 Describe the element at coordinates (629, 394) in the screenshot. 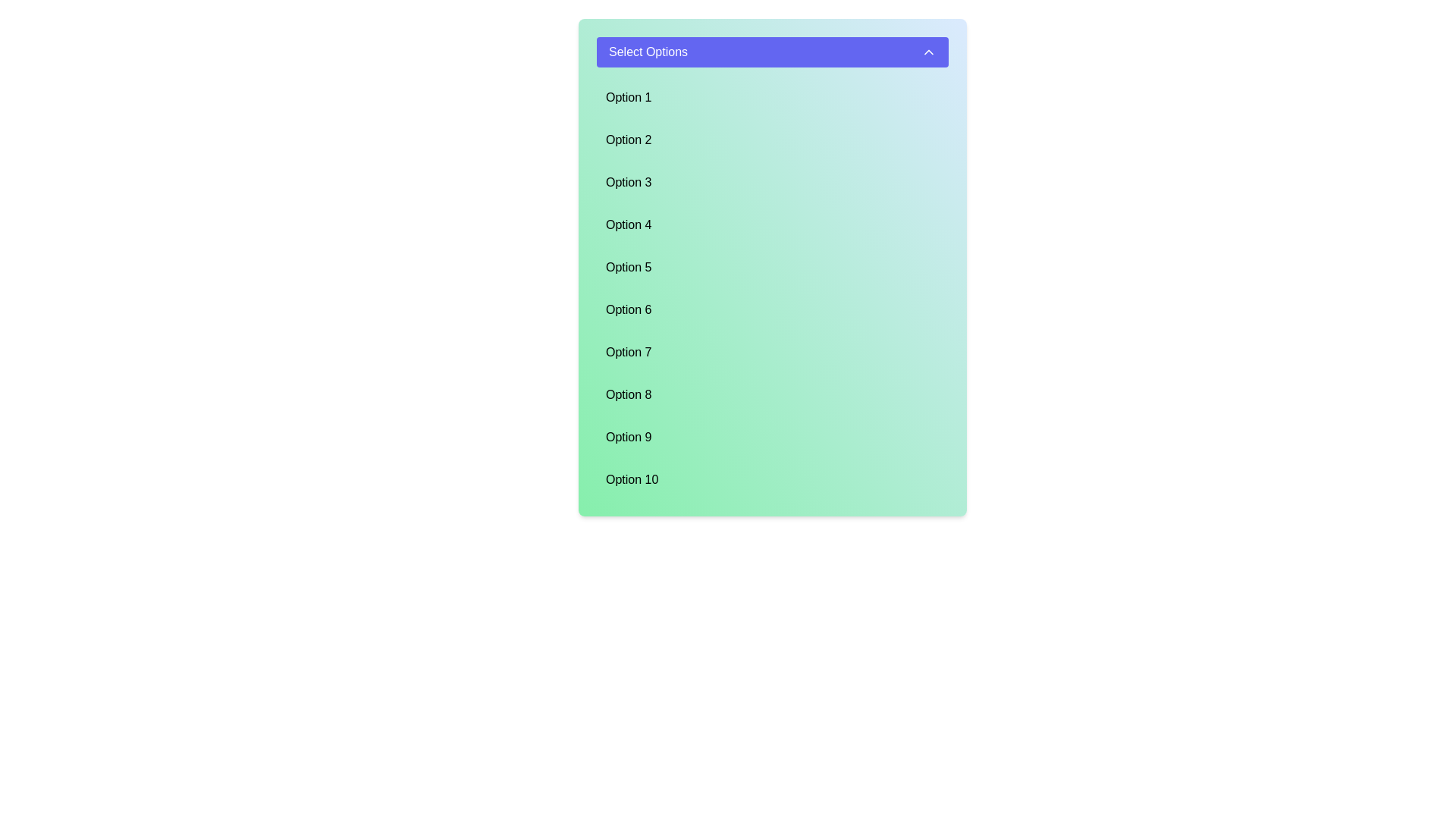

I see `the text label that displays 'Option 8', which is the eighth option in a vertical list of ten items, positioned slightly above the center of the list` at that location.